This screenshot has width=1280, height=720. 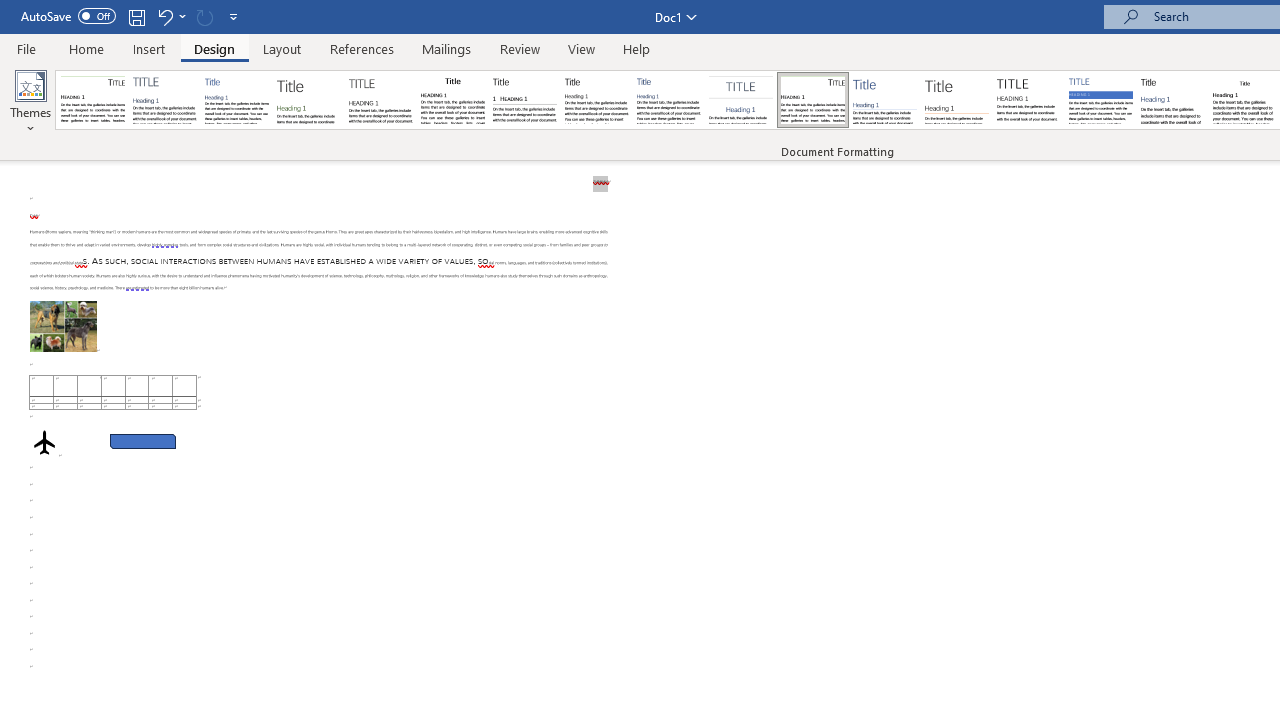 I want to click on 'Black & White (Capitalized)', so click(x=381, y=100).